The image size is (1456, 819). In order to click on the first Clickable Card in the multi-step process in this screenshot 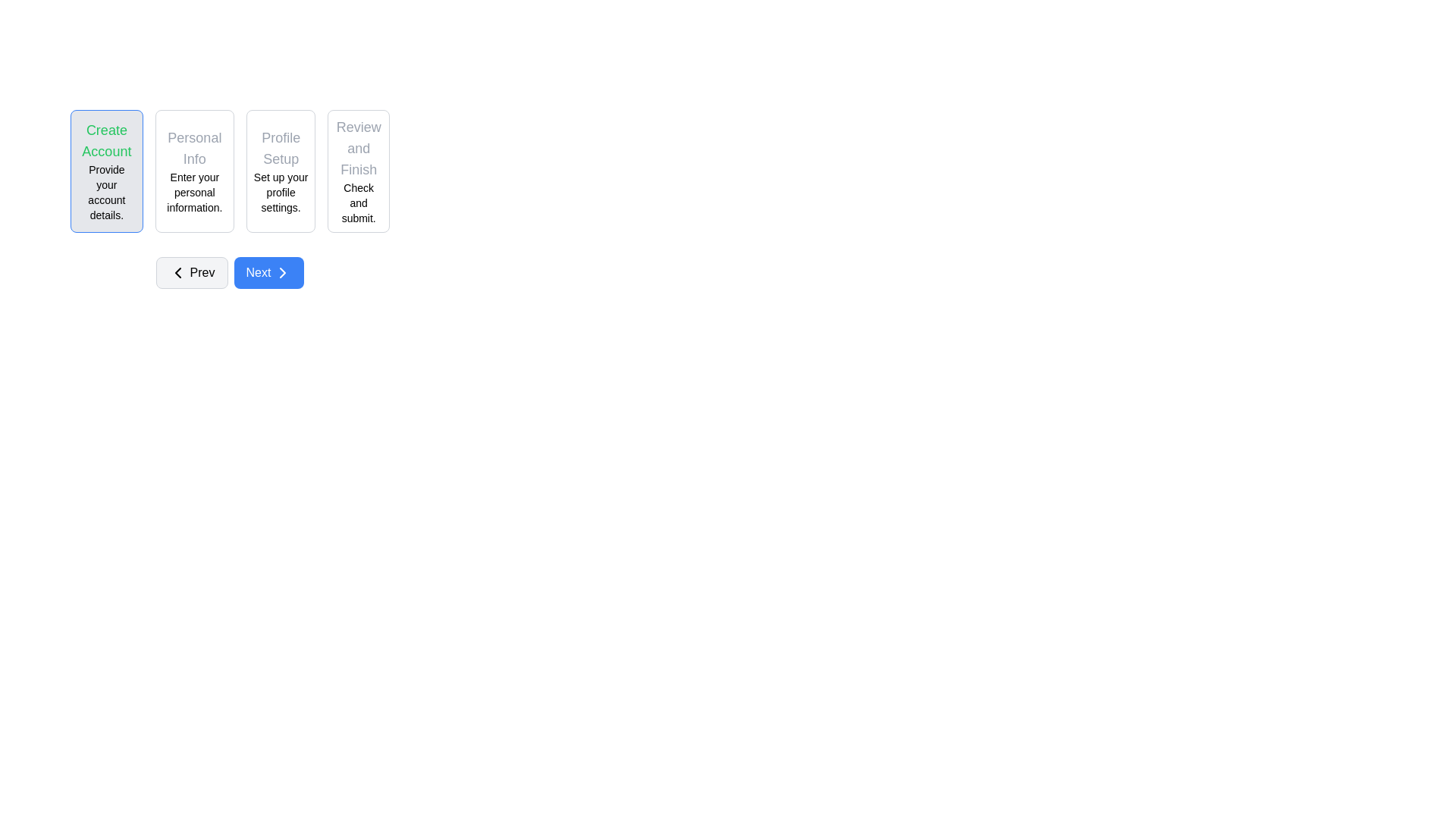, I will do `click(105, 171)`.